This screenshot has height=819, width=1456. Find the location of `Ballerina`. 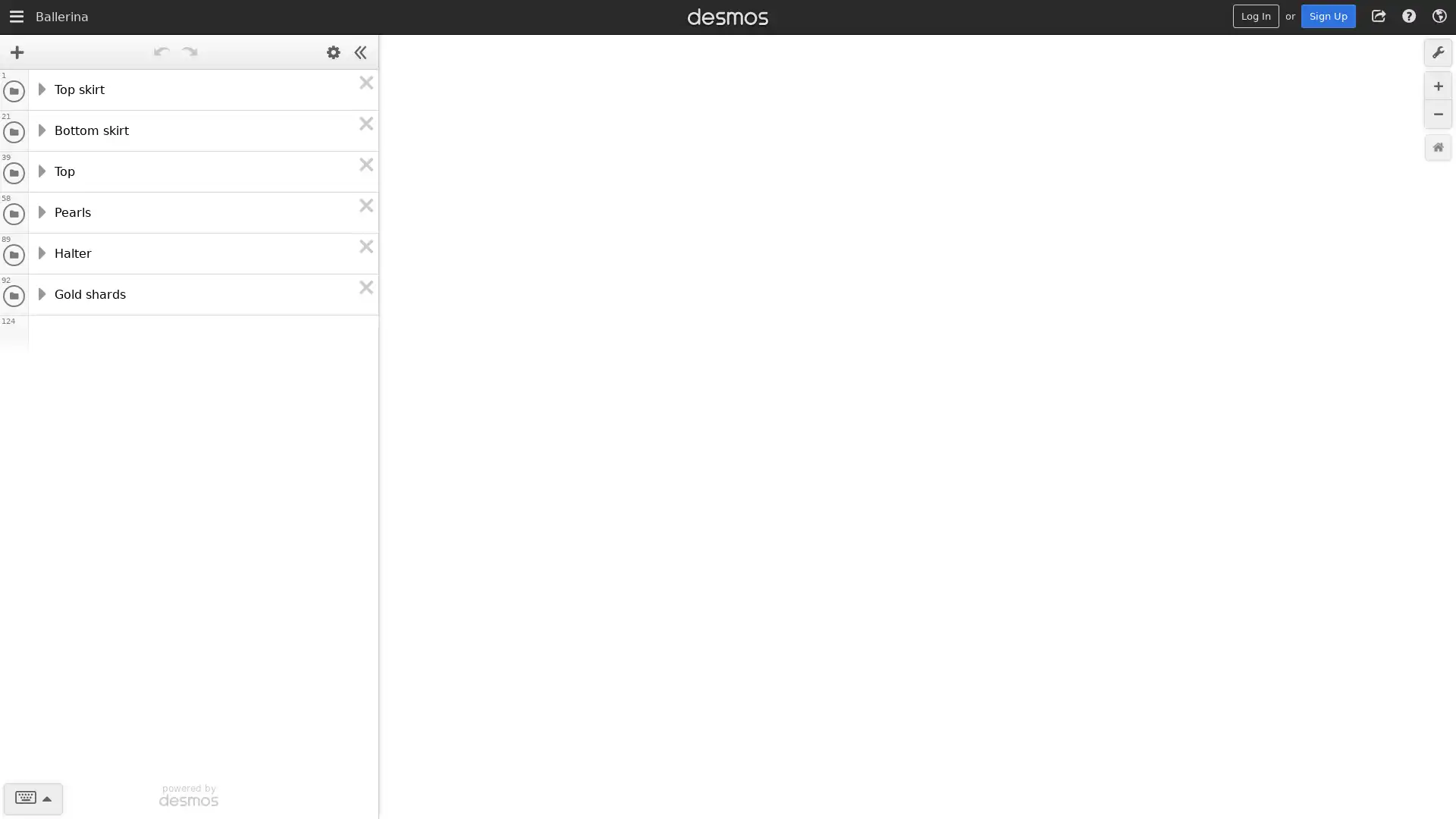

Ballerina is located at coordinates (61, 30).